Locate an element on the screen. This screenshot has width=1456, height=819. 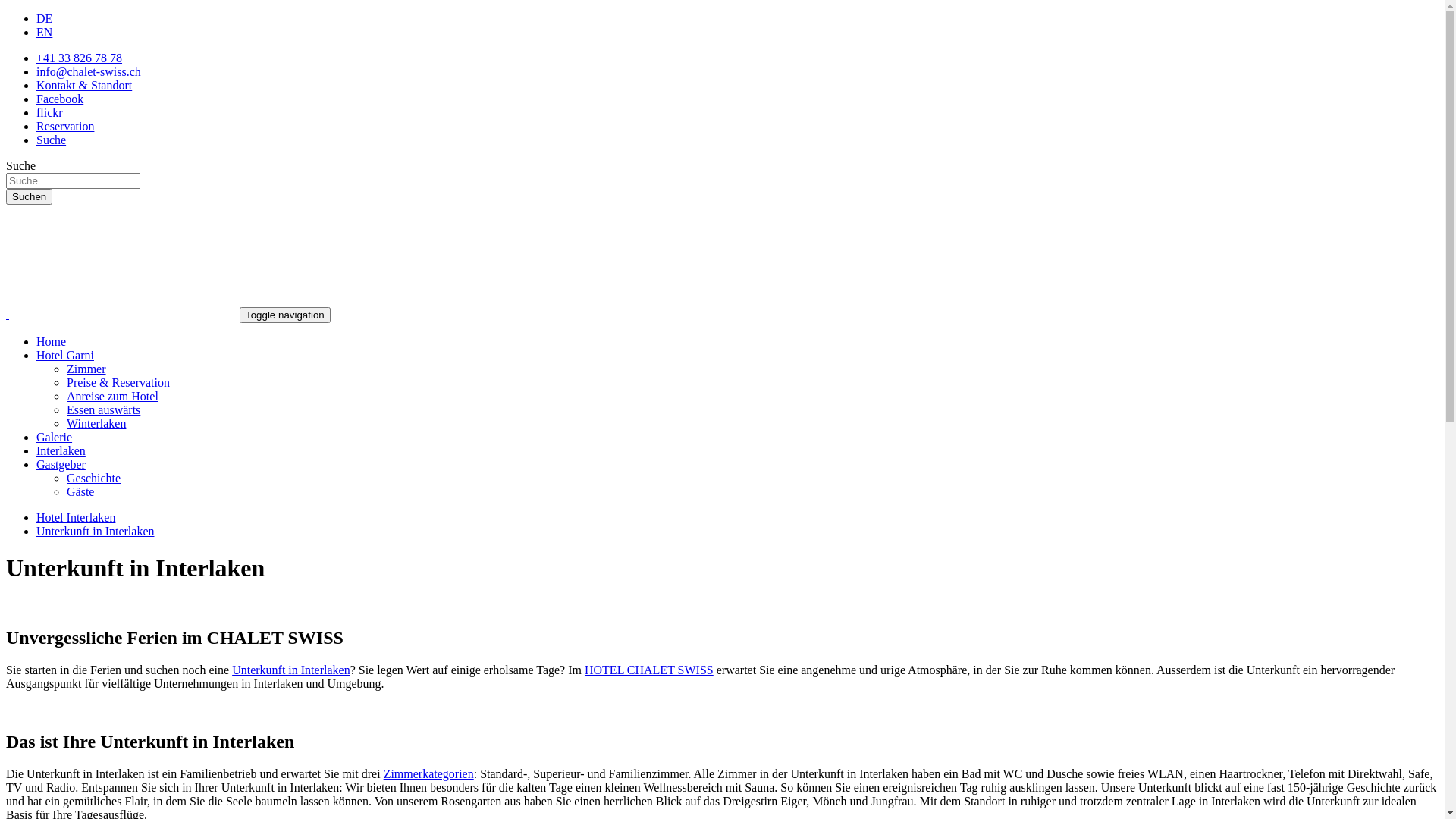
'Home' is located at coordinates (51, 341).